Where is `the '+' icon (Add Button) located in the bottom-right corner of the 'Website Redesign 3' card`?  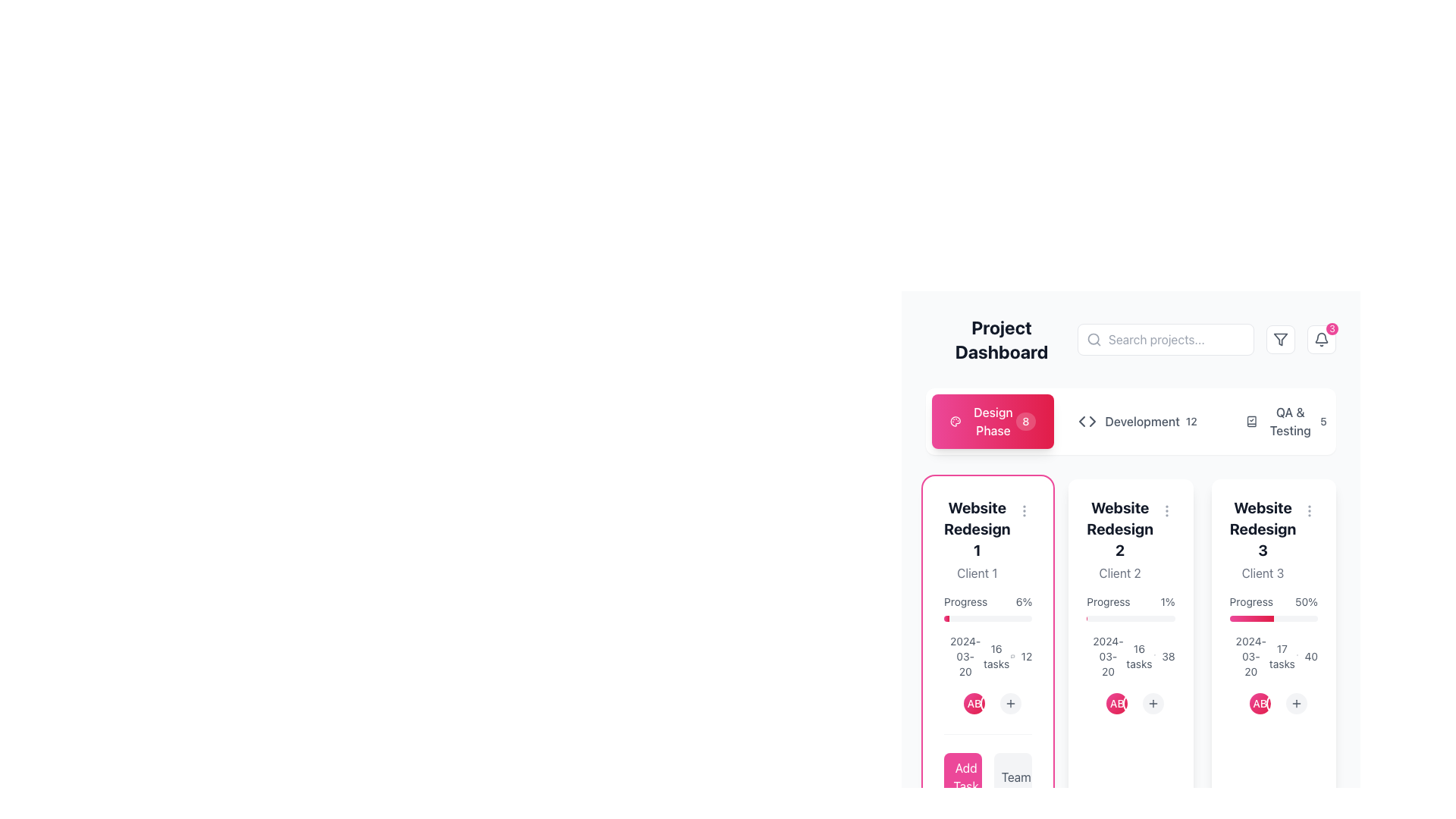
the '+' icon (Add Button) located in the bottom-right corner of the 'Website Redesign 3' card is located at coordinates (1295, 704).